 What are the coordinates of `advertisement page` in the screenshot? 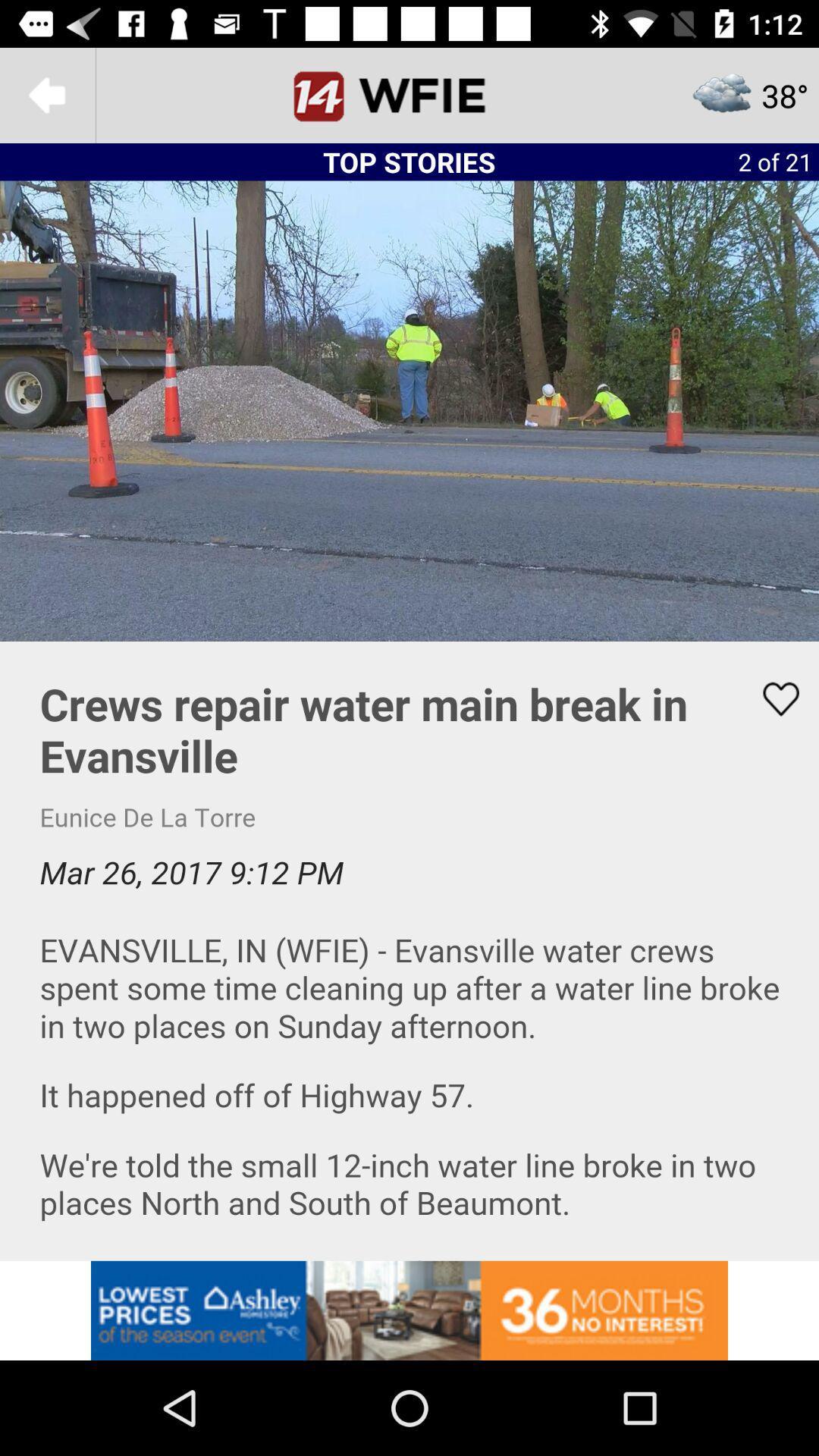 It's located at (409, 950).